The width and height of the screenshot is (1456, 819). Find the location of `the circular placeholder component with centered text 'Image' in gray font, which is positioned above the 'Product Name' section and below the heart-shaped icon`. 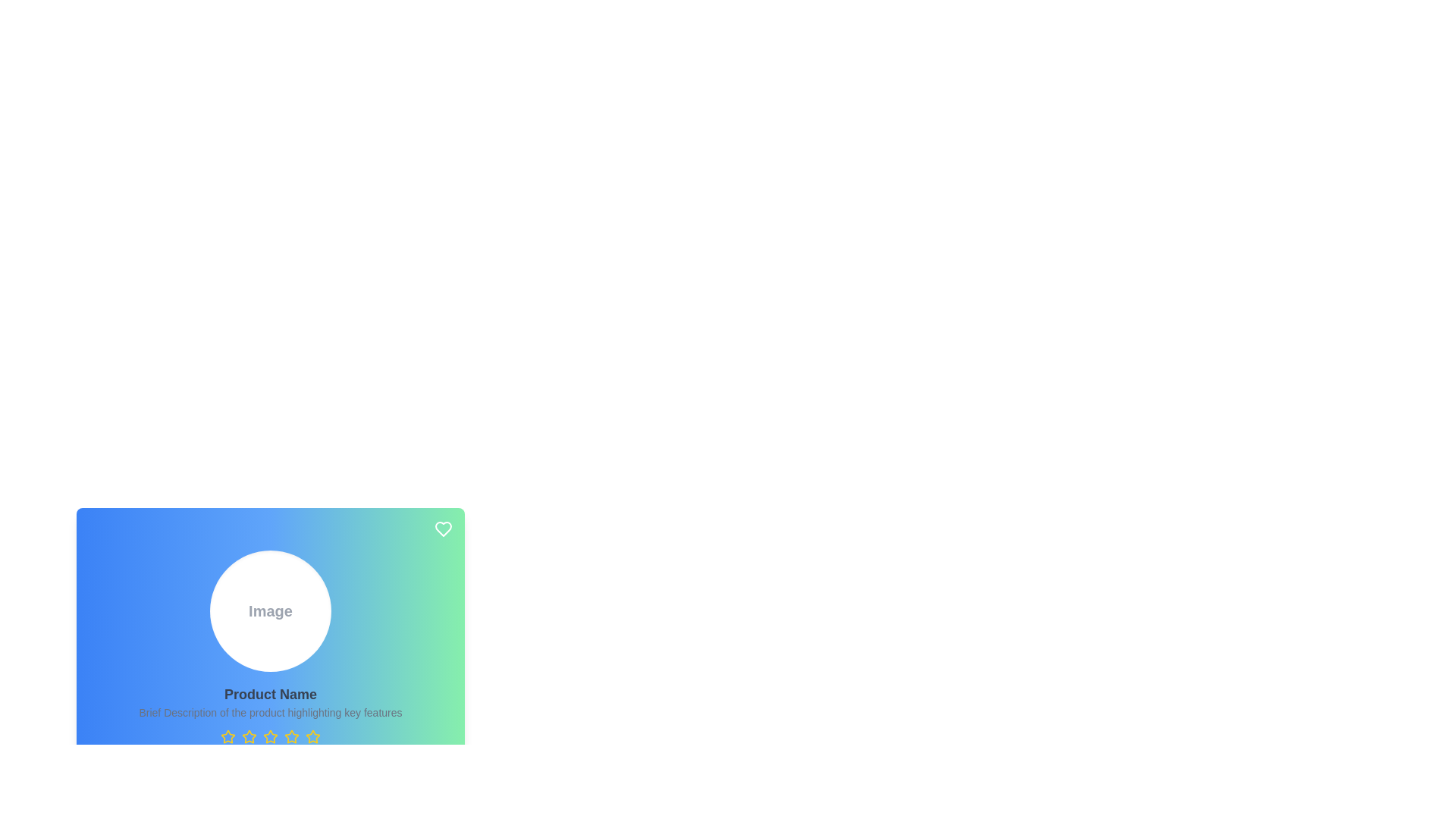

the circular placeholder component with centered text 'Image' in gray font, which is positioned above the 'Product Name' section and below the heart-shaped icon is located at coordinates (270, 610).